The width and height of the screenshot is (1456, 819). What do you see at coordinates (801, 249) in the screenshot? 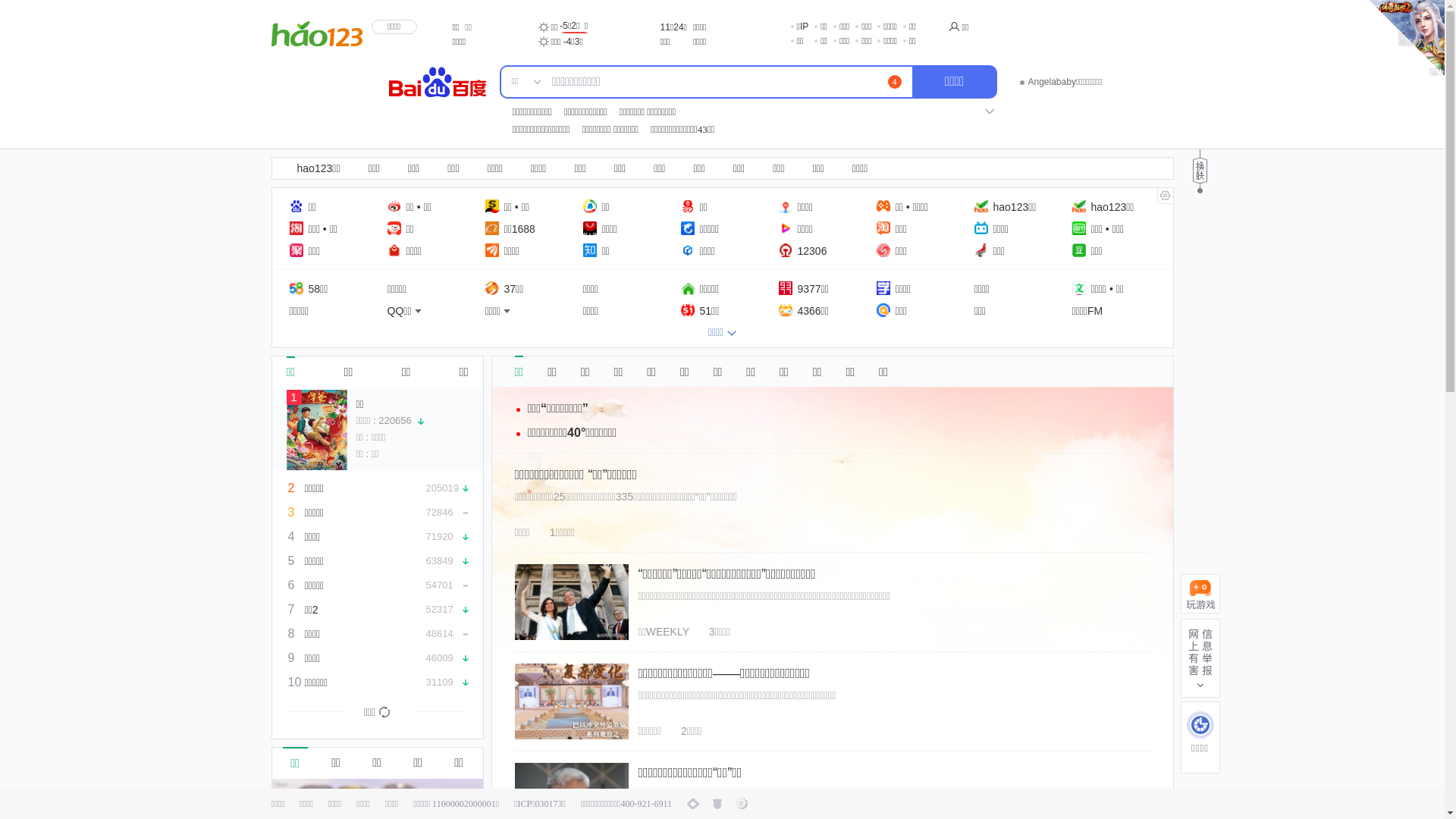
I see `'12306'` at bounding box center [801, 249].